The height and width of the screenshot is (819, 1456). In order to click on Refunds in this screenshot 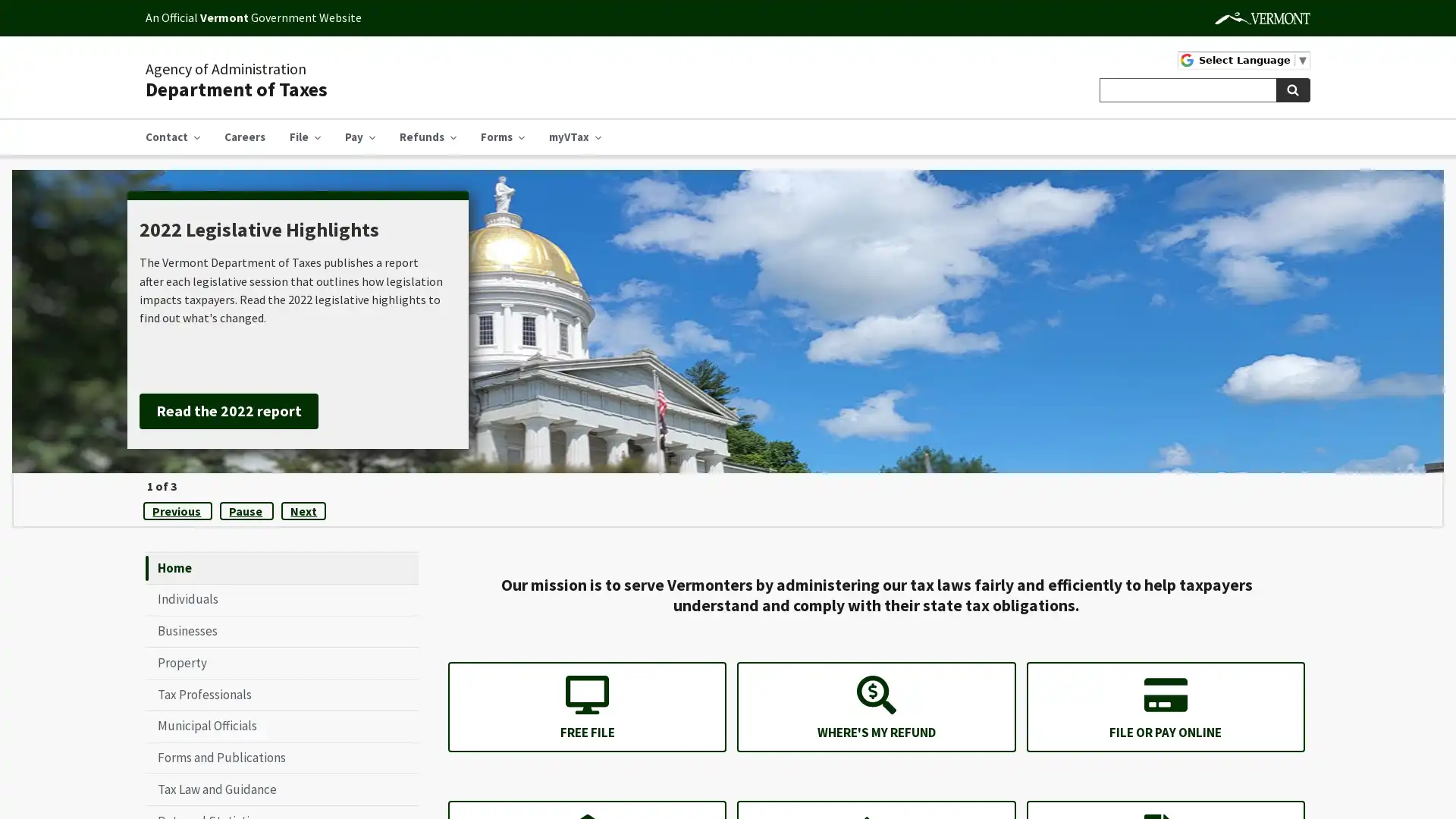, I will do `click(427, 137)`.